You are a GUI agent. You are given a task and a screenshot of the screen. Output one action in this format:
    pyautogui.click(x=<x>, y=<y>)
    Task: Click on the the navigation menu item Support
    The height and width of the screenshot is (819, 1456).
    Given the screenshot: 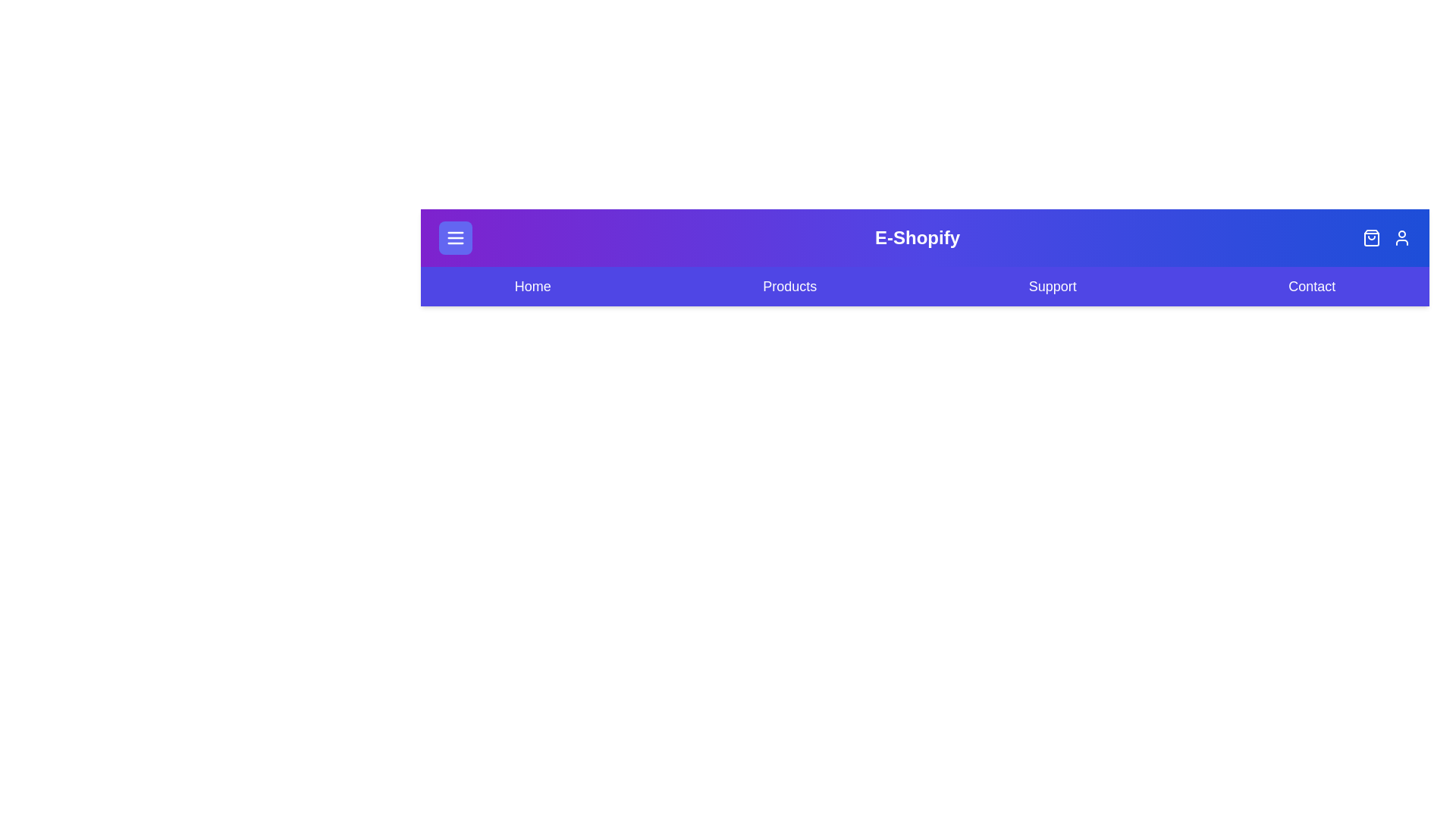 What is the action you would take?
    pyautogui.click(x=1051, y=287)
    